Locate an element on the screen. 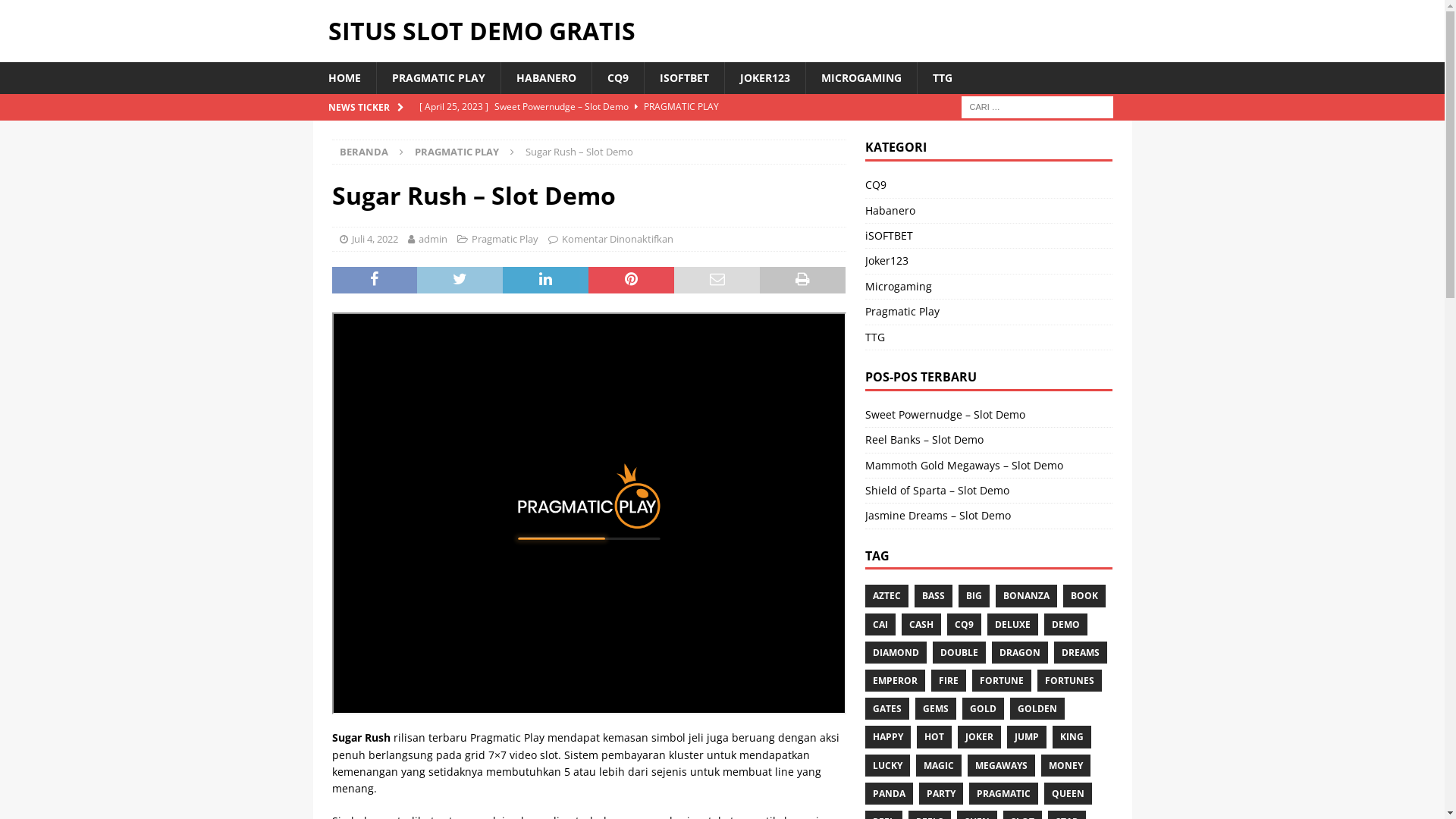 The height and width of the screenshot is (819, 1456). 'JOKER' is located at coordinates (979, 736).